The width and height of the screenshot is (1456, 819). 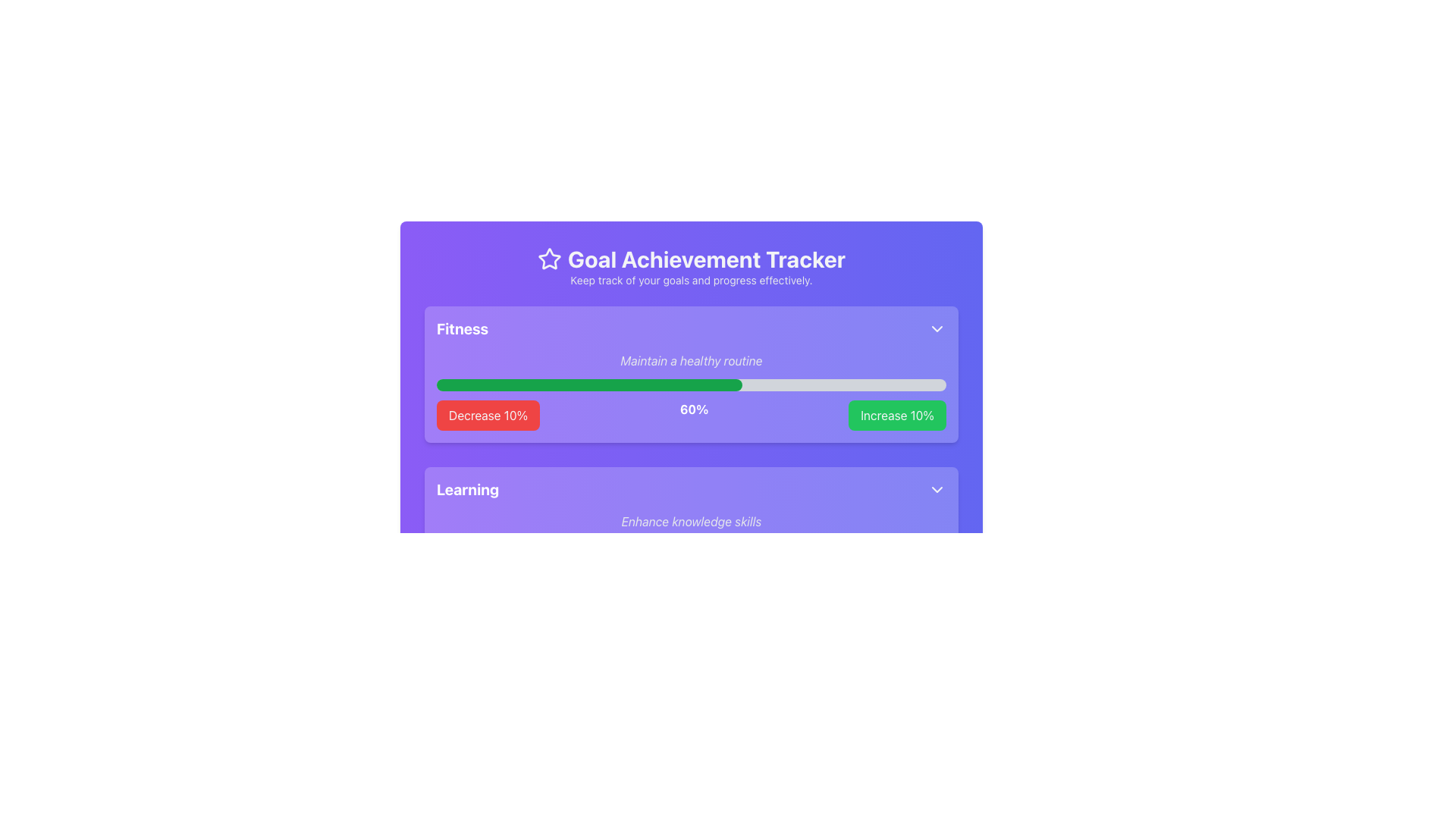 I want to click on the dropdown indicator icon, which is a small downward-pointing chevron located, so click(x=937, y=489).